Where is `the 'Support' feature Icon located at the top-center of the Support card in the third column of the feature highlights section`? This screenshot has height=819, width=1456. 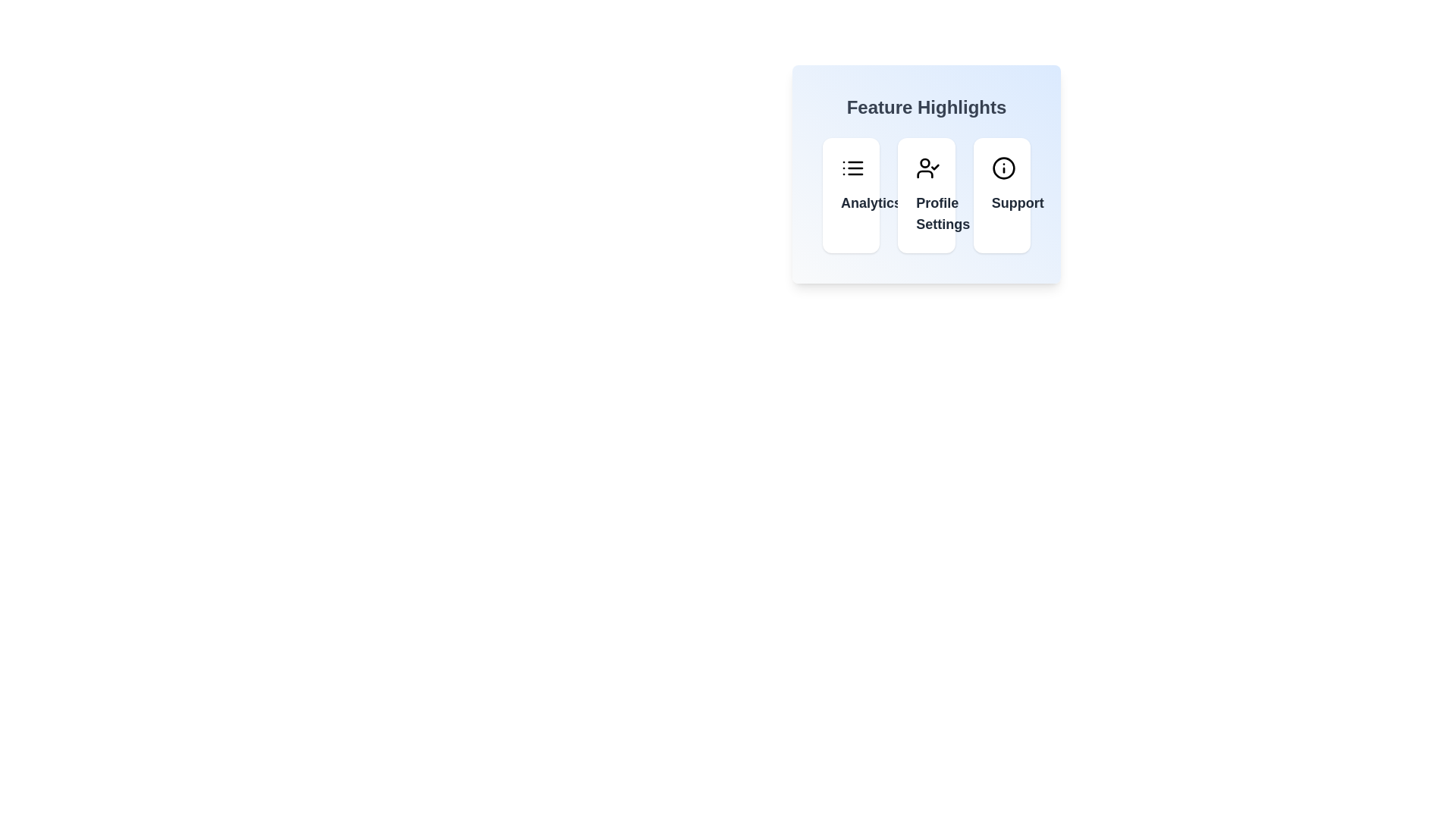 the 'Support' feature Icon located at the top-center of the Support card in the third column of the feature highlights section is located at coordinates (1003, 168).